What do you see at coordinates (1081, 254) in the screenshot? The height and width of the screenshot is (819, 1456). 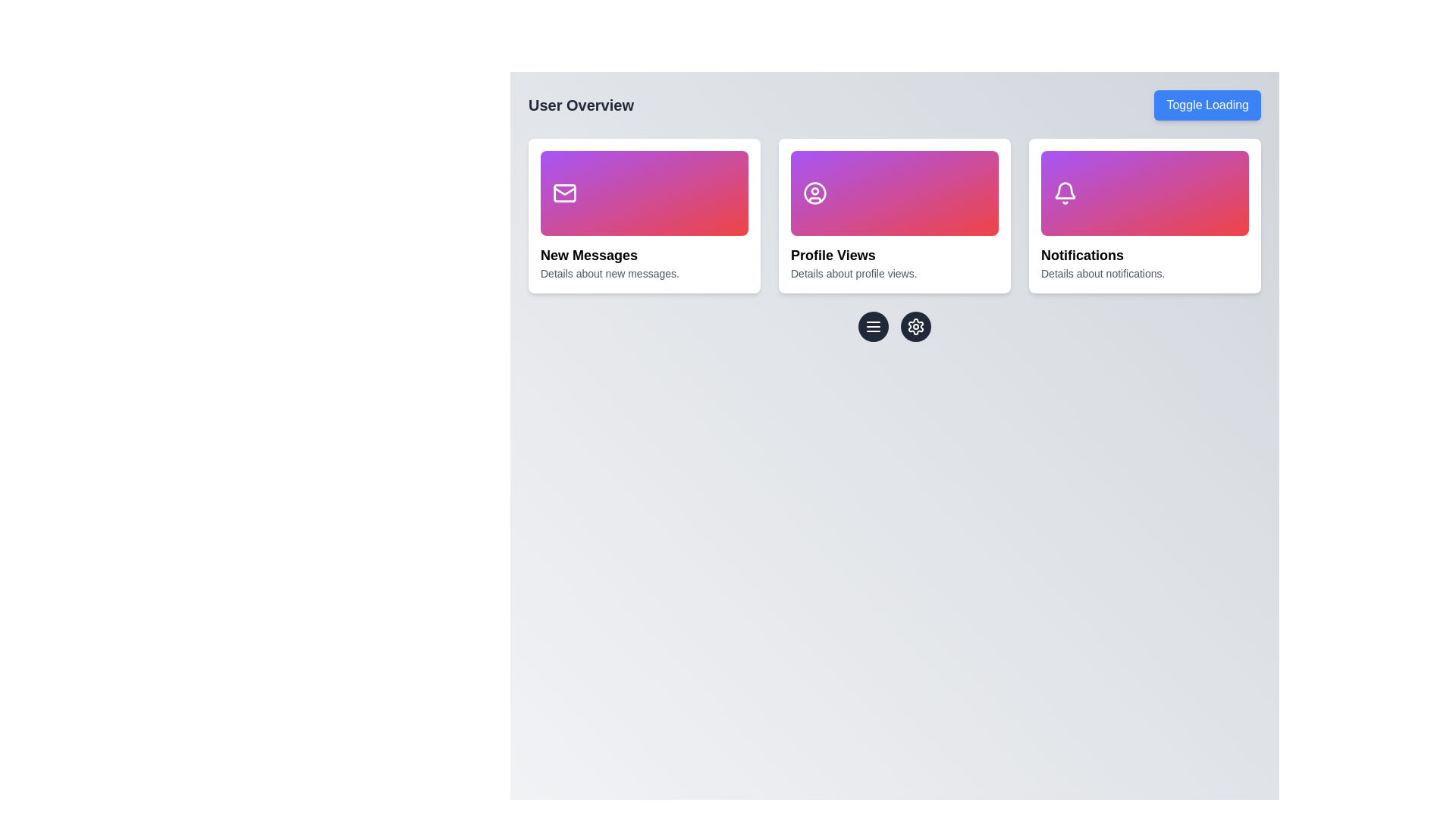 I see `the 'Notifications' text label, which is a large, bold font positioned below a gradient background card with a bell icon, located in the third card of three` at bounding box center [1081, 254].